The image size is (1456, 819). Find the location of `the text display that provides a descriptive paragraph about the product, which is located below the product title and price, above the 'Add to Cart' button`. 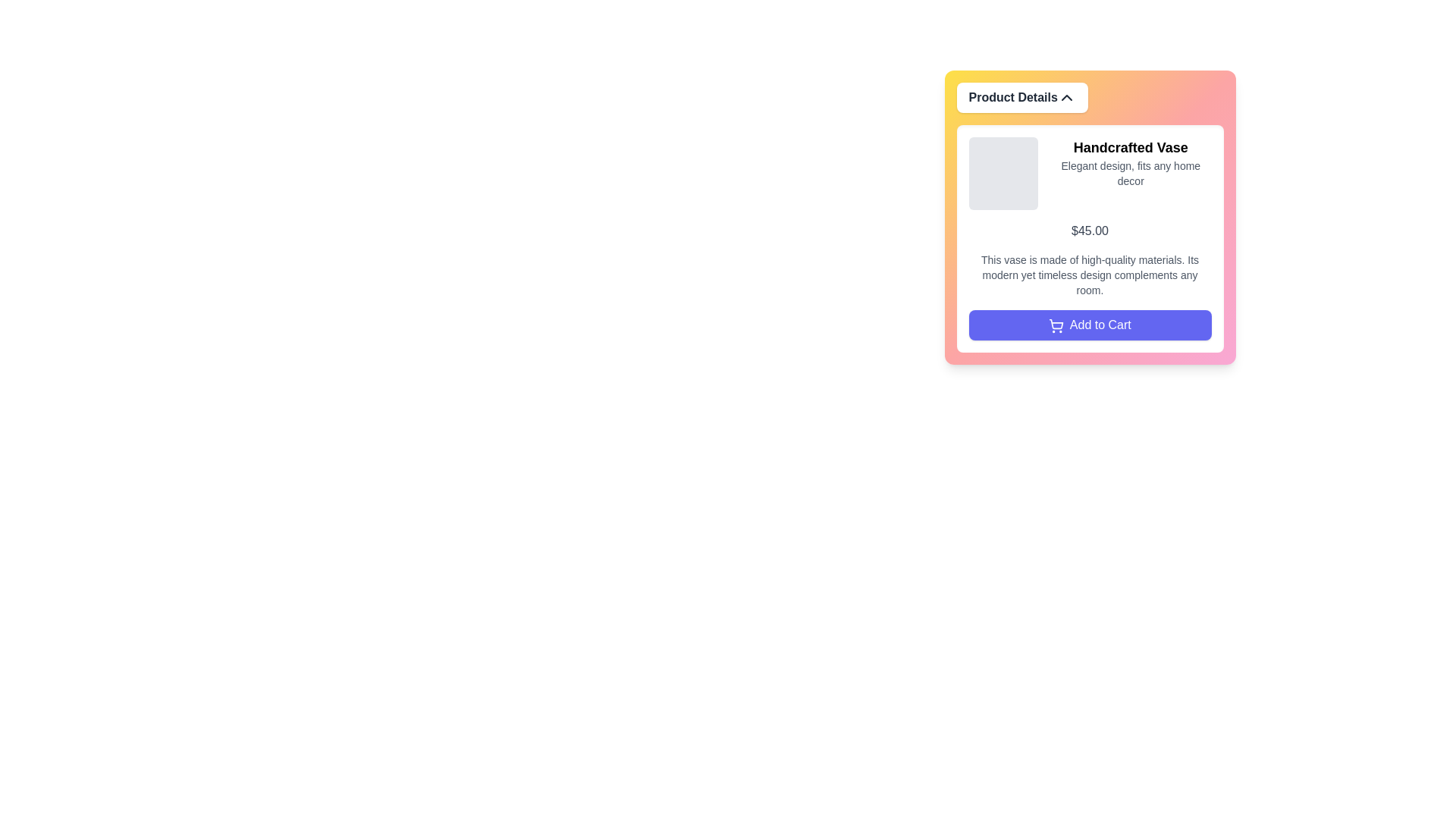

the text display that provides a descriptive paragraph about the product, which is located below the product title and price, above the 'Add to Cart' button is located at coordinates (1089, 275).